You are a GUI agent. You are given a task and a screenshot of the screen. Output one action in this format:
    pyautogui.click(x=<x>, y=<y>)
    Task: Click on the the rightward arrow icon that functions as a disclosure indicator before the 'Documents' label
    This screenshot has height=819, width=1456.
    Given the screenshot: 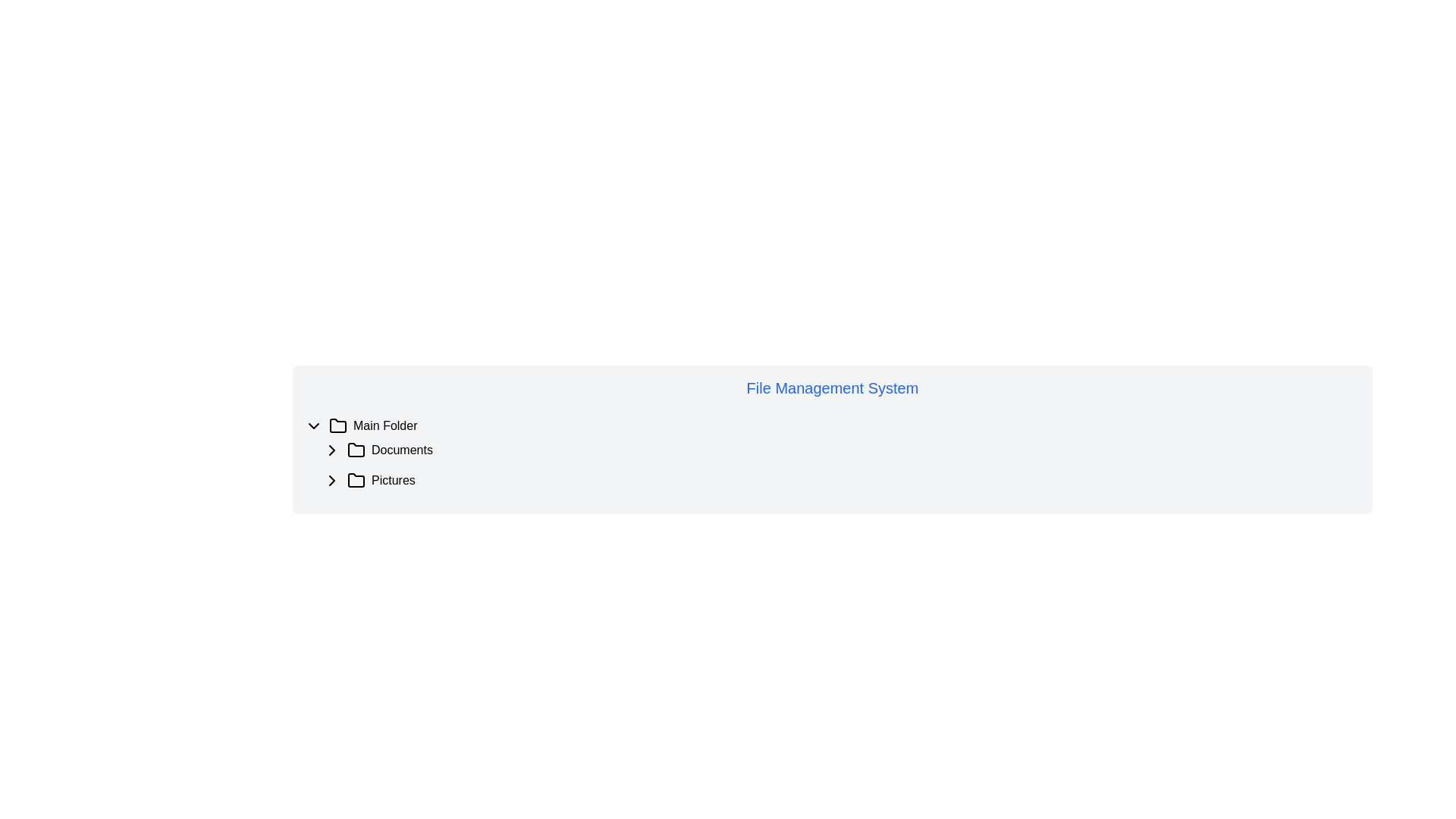 What is the action you would take?
    pyautogui.click(x=331, y=450)
    